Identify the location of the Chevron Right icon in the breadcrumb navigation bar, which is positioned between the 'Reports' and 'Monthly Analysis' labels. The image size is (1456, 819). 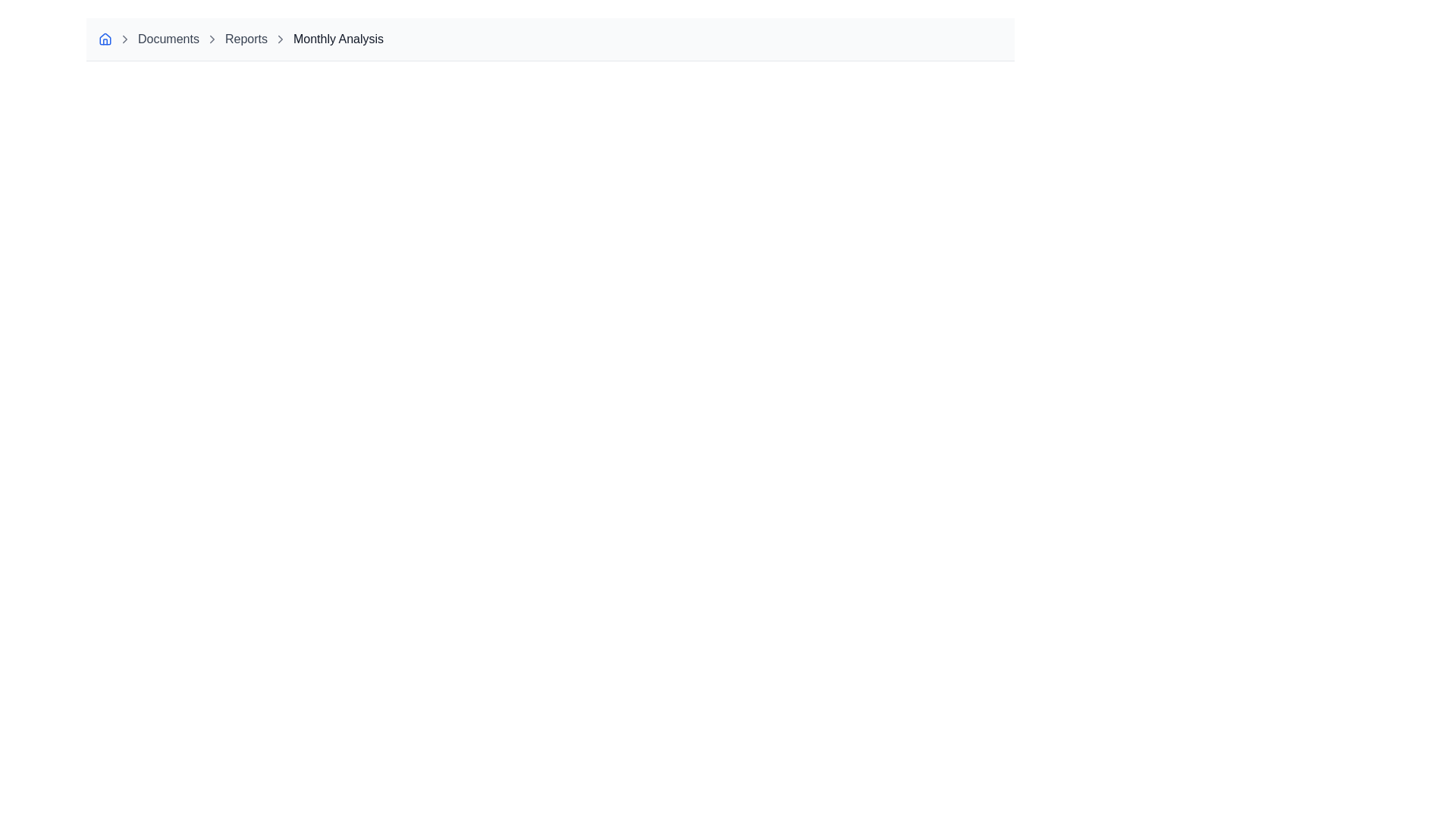
(211, 38).